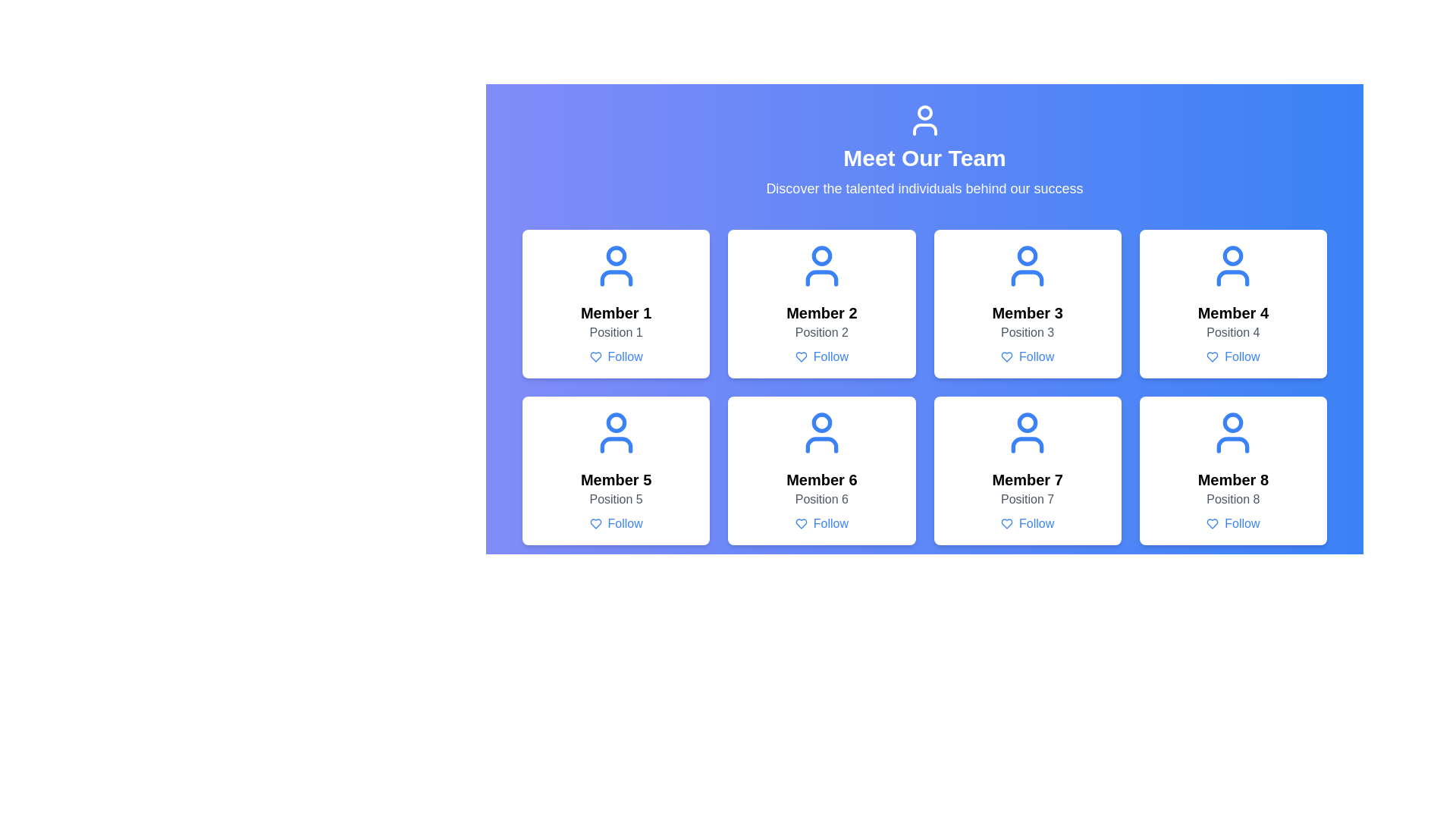 The width and height of the screenshot is (1456, 819). I want to click on the blue user profile icon located within the card labeled 'Member 7', which is centered above the text elements 'Position 7' and 'Follow', so click(1028, 432).